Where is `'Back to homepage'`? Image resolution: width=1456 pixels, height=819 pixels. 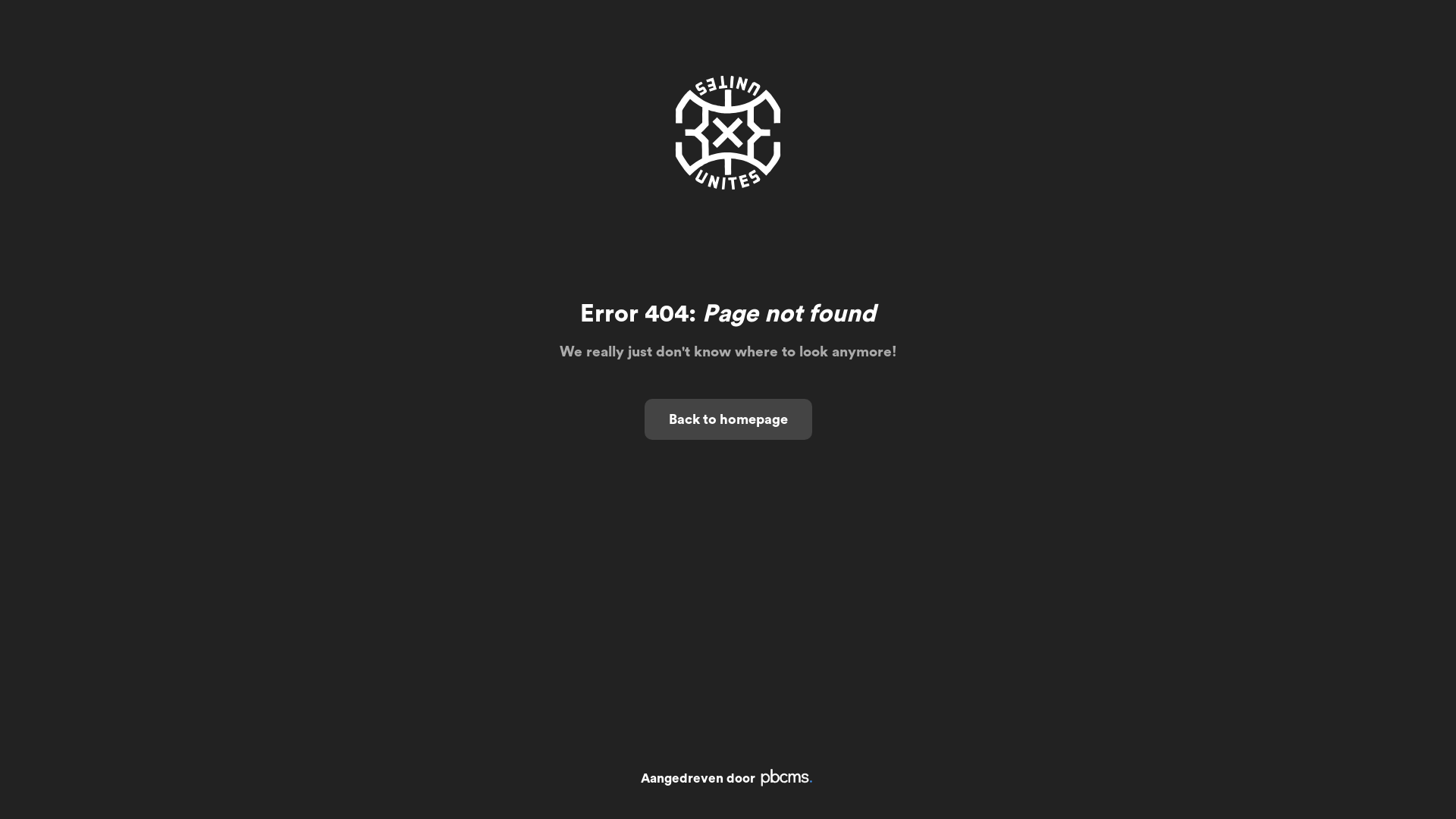
'Back to homepage' is located at coordinates (728, 419).